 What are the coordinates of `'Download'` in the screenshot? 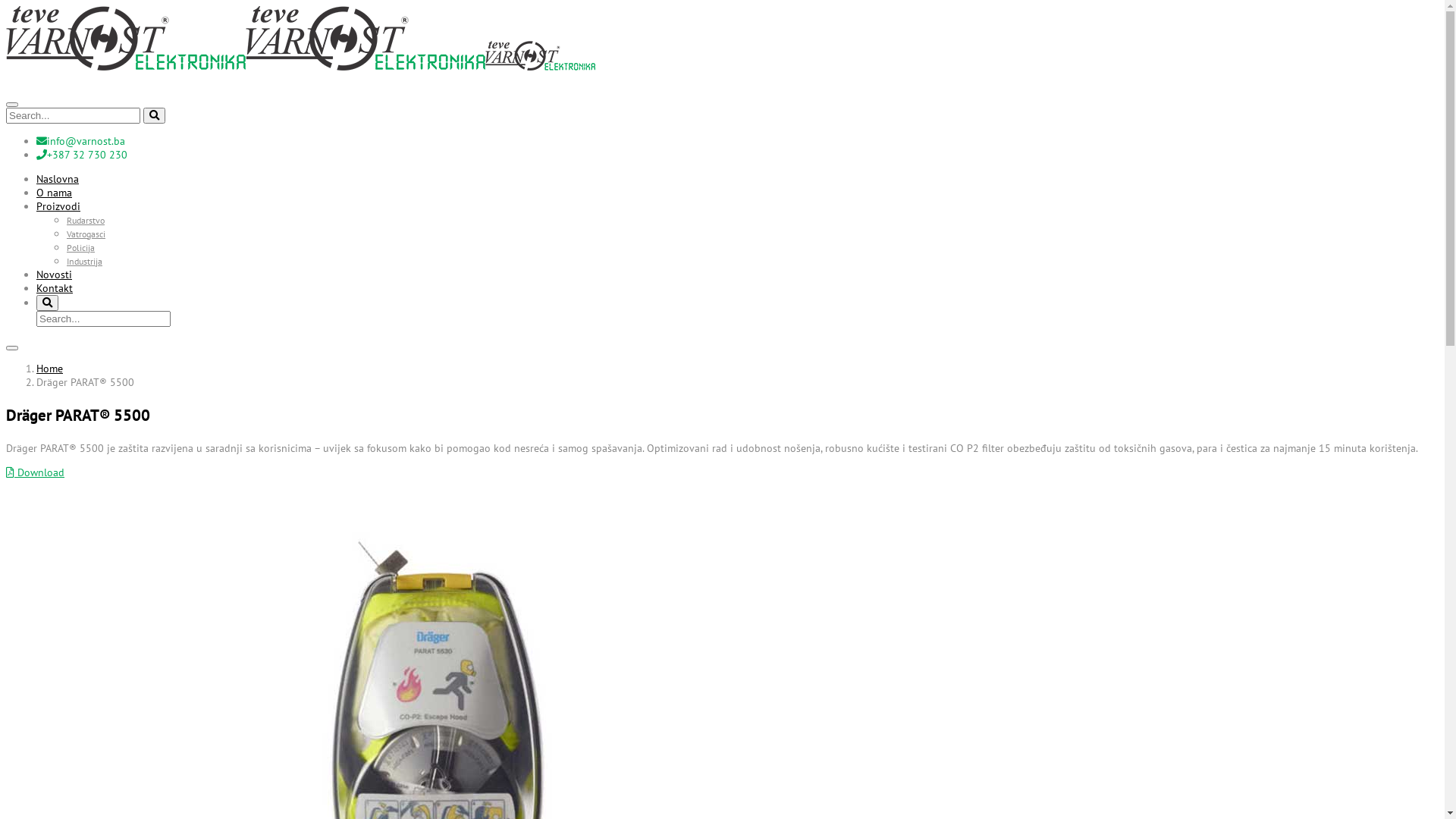 It's located at (35, 472).